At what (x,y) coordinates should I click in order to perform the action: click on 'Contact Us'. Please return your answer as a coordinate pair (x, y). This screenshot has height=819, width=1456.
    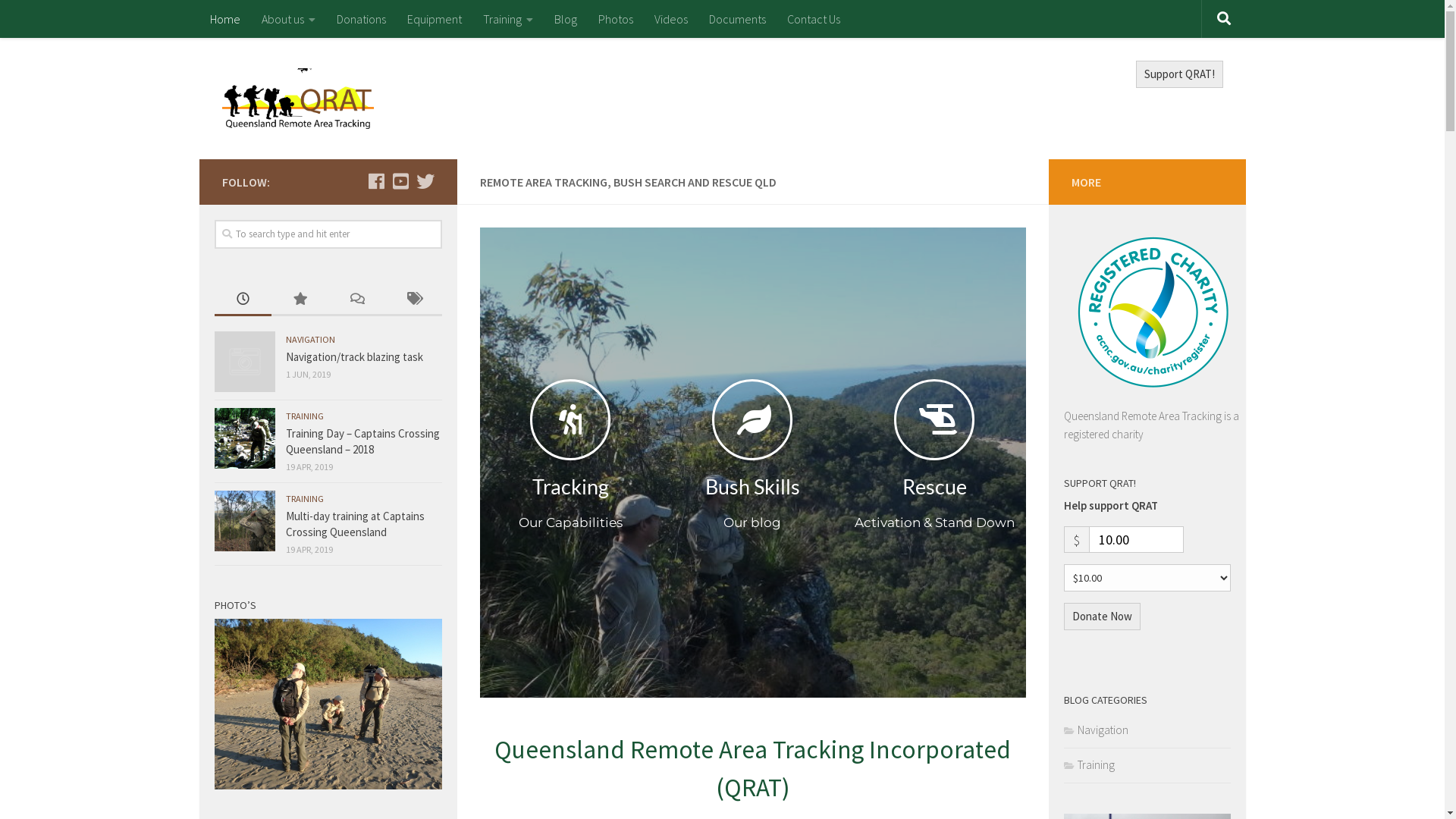
    Looking at the image, I should click on (813, 18).